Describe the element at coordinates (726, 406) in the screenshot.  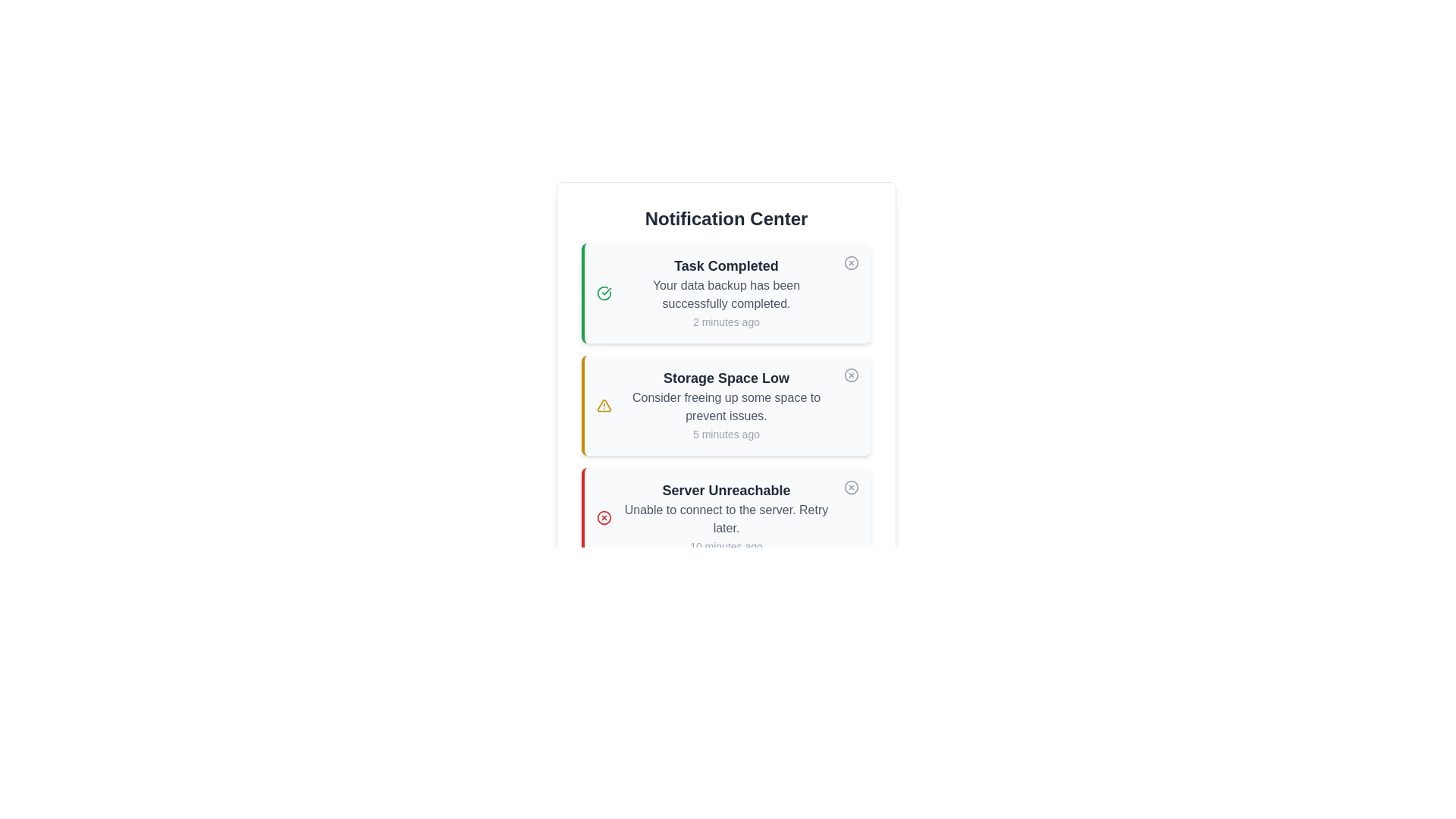
I see `the text element that reads 'Consider freeing up some space to prevent issues.' located in the second notification card within the Notification Center` at that location.